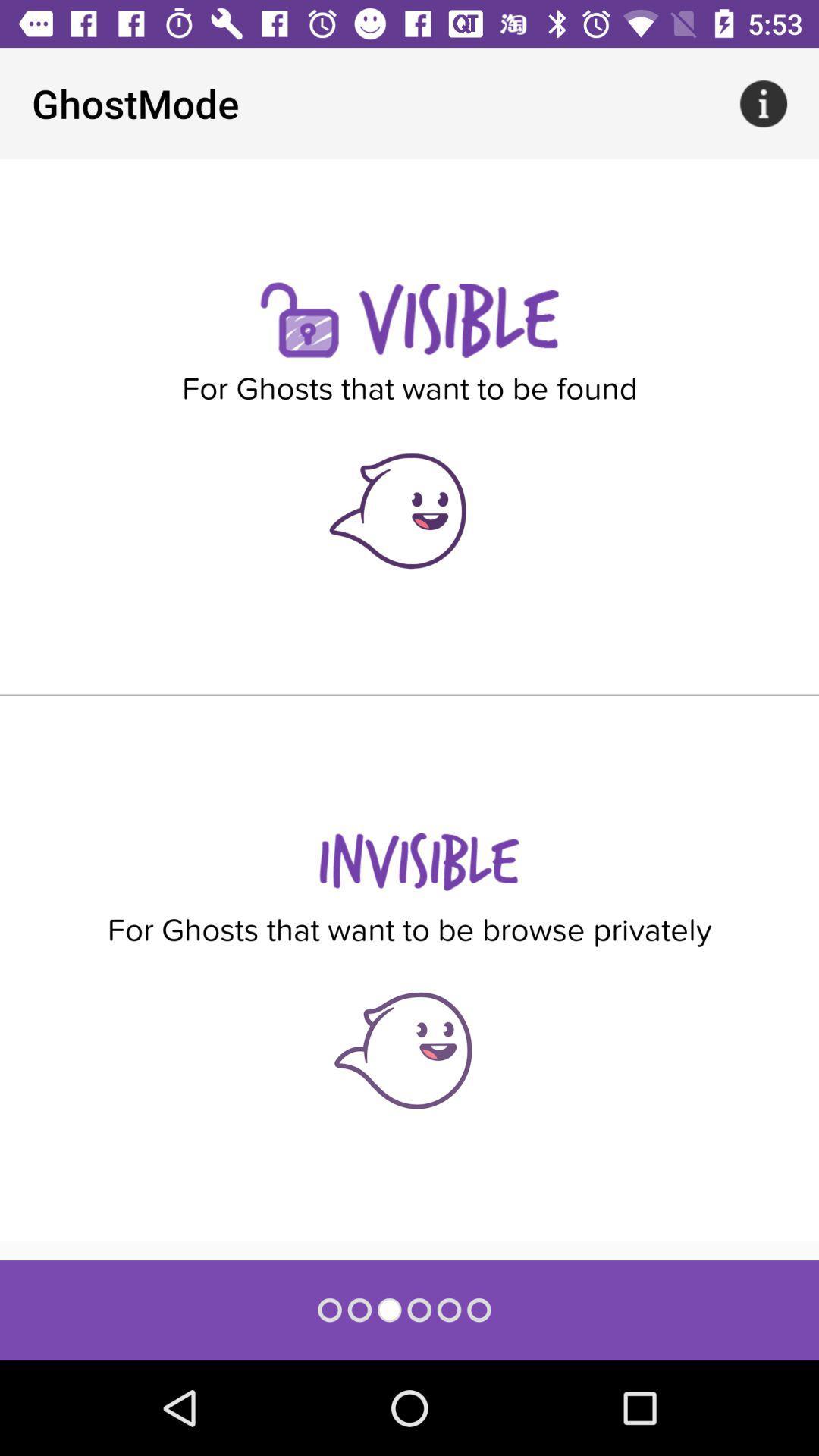 This screenshot has width=819, height=1456. What do you see at coordinates (763, 102) in the screenshot?
I see `app next to ghostmode app` at bounding box center [763, 102].